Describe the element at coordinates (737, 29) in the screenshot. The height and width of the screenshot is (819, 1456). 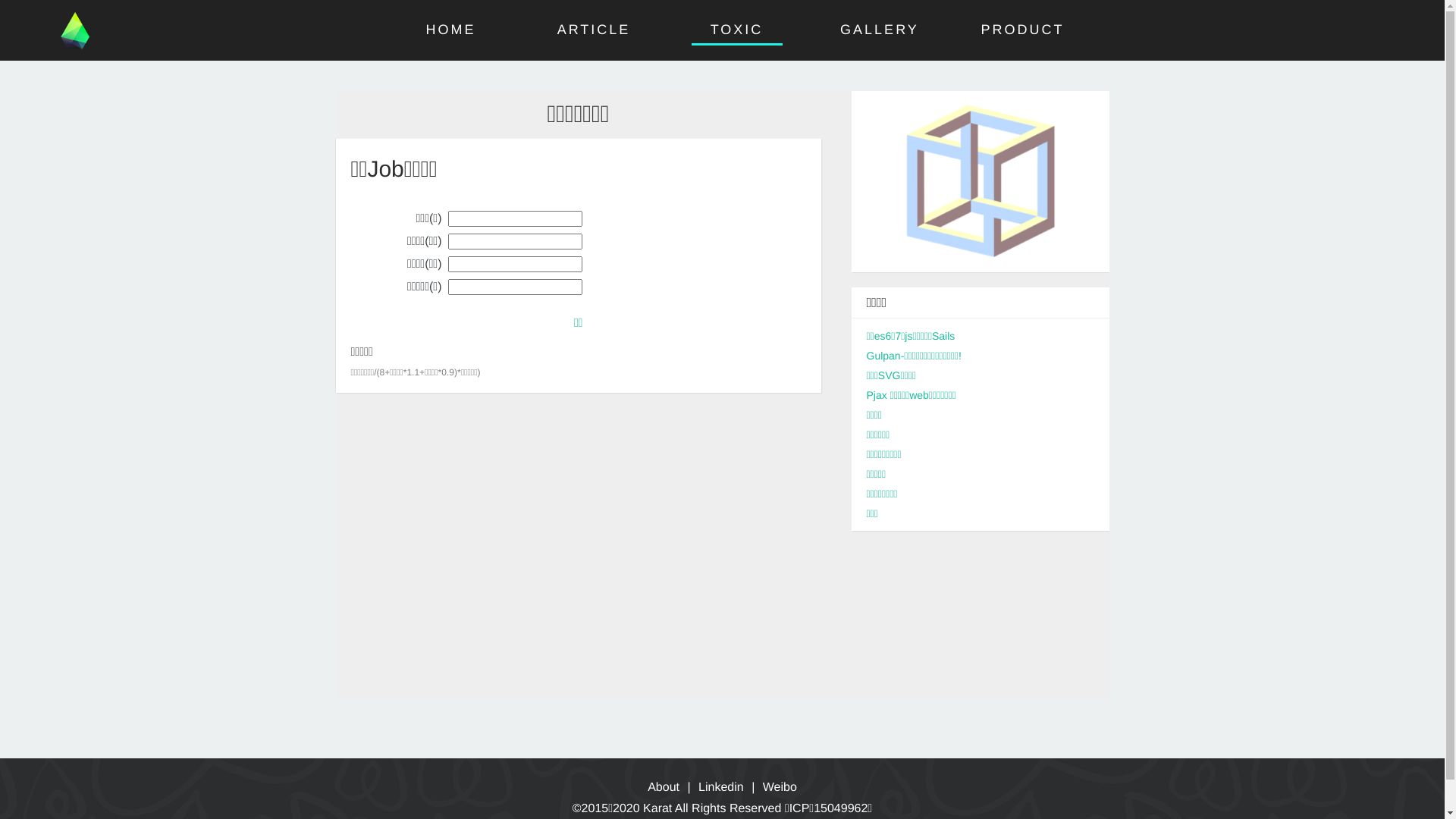
I see `'TOXIC'` at that location.